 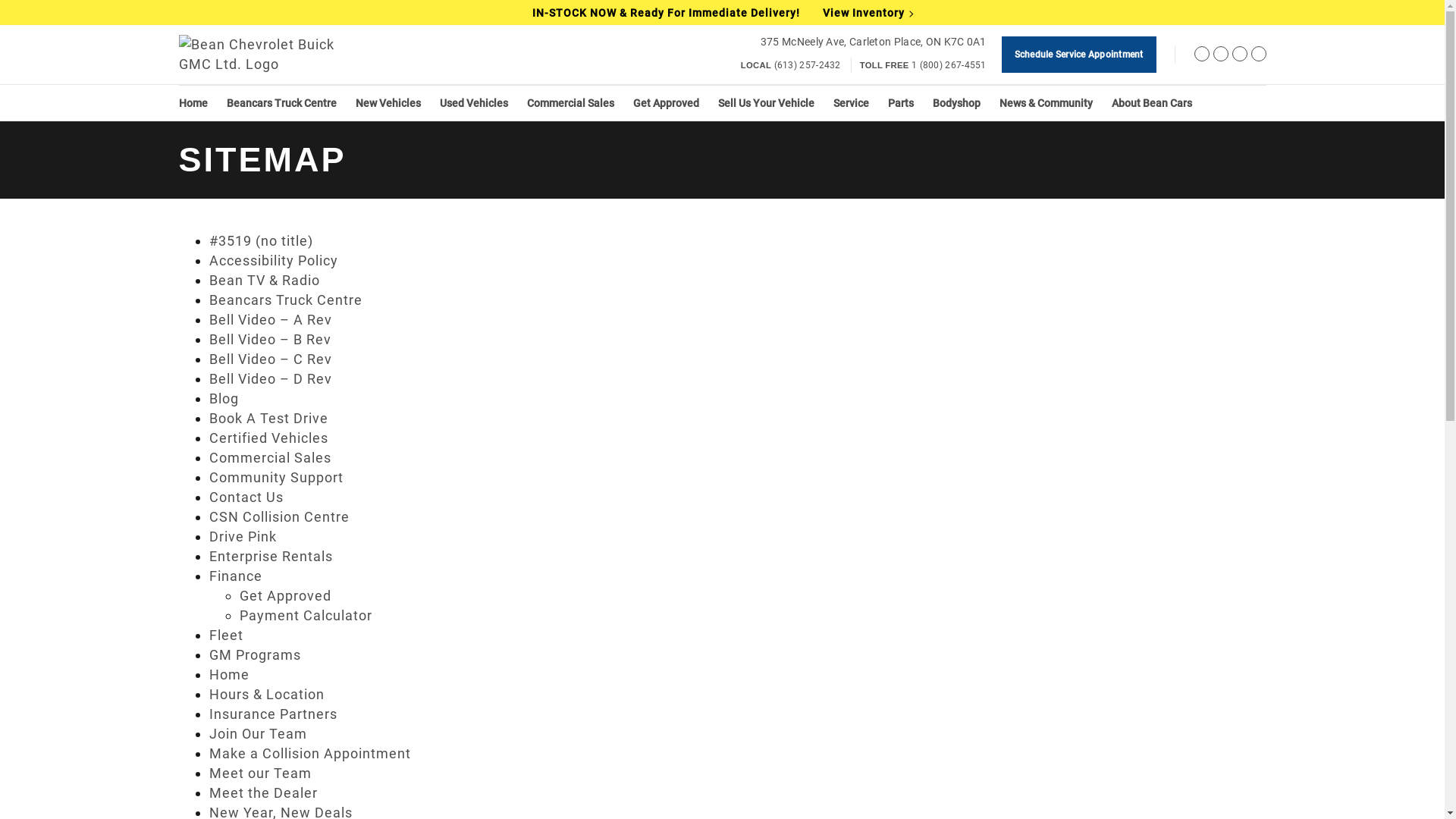 What do you see at coordinates (789, 64) in the screenshot?
I see `'LOCAL (613) 257-2432'` at bounding box center [789, 64].